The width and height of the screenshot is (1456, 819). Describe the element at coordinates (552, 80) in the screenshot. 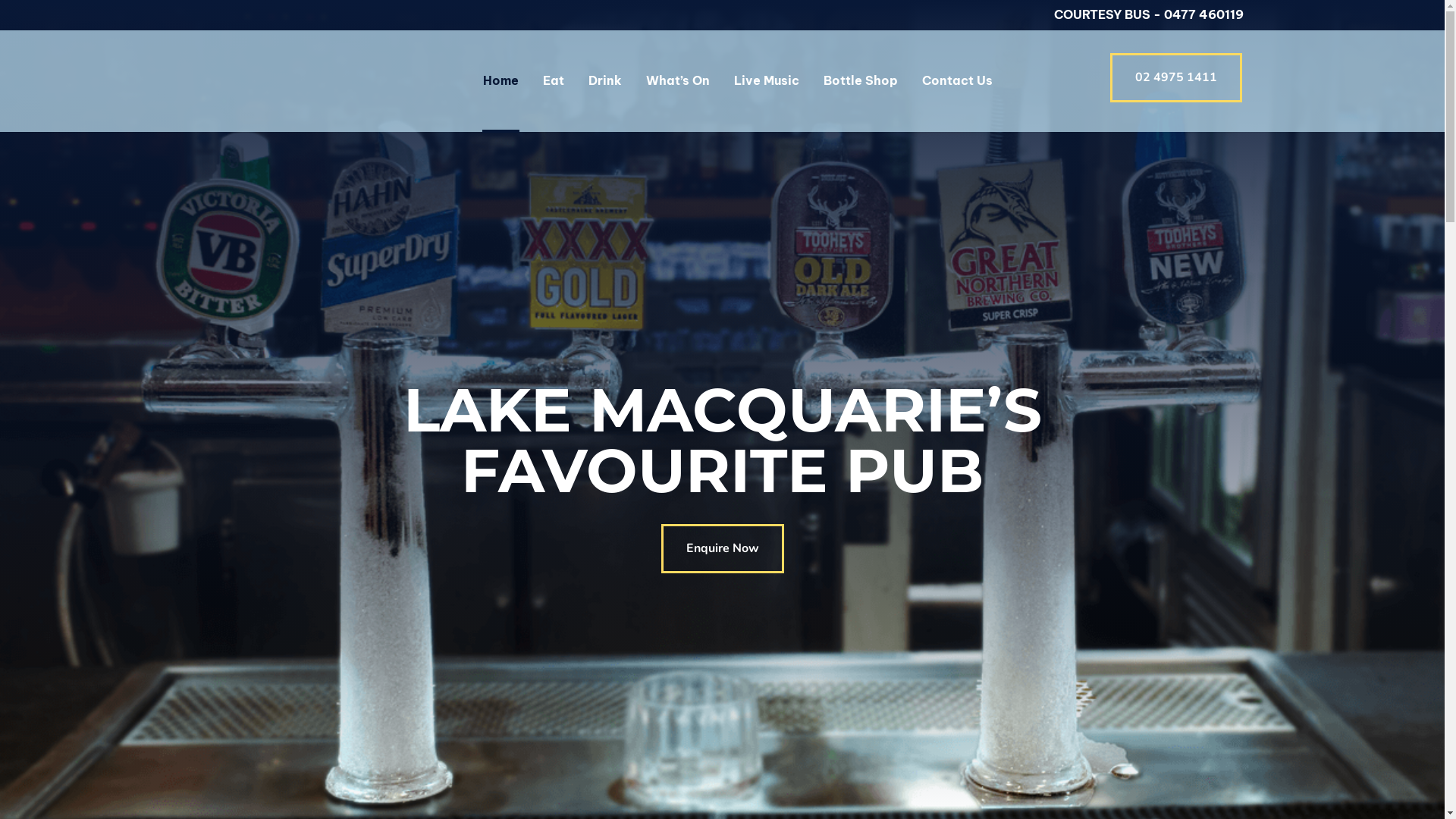

I see `'Eat'` at that location.